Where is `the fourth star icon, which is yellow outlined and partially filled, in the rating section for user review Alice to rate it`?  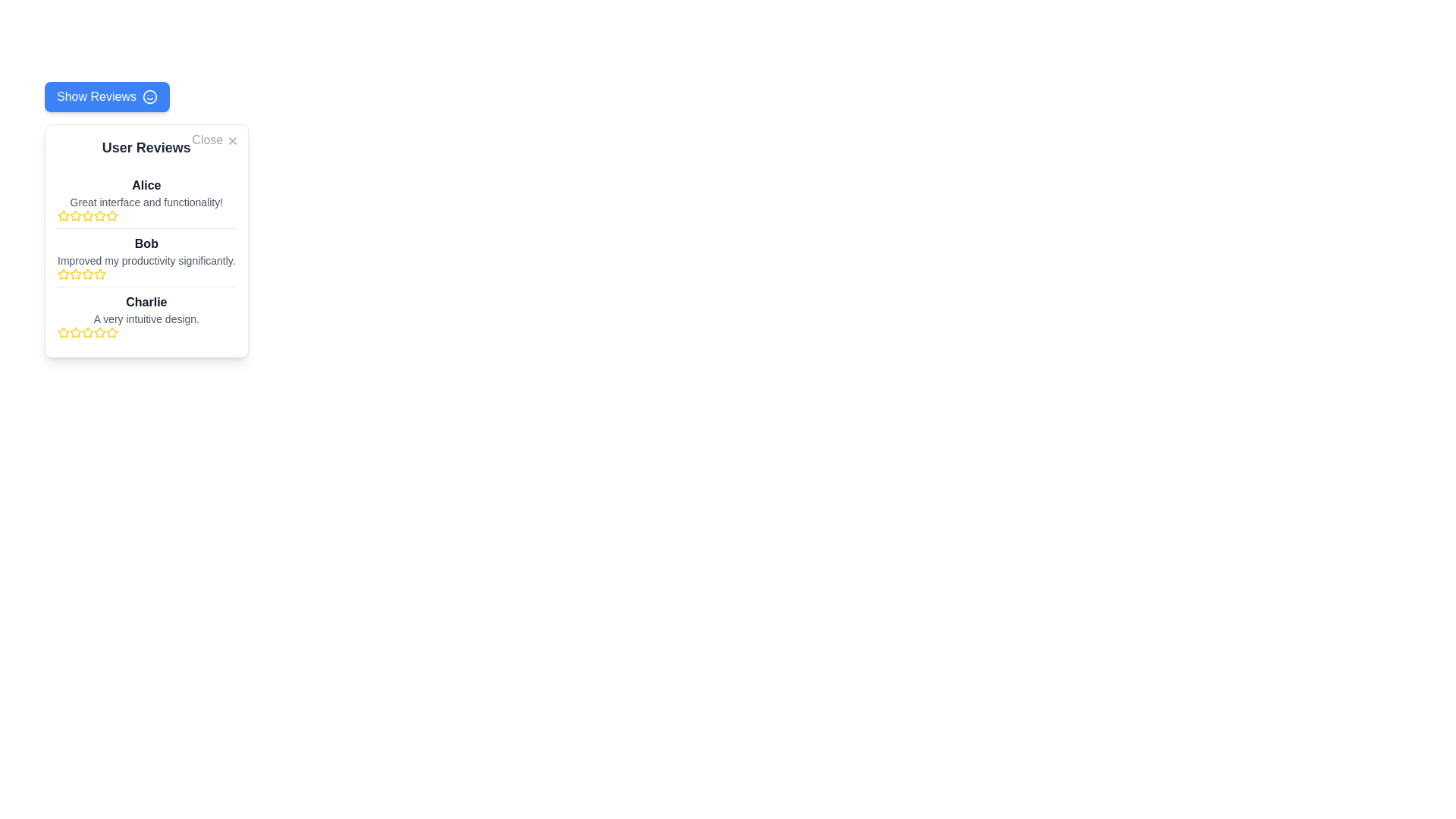
the fourth star icon, which is yellow outlined and partially filled, in the rating section for user review Alice to rate it is located at coordinates (99, 215).